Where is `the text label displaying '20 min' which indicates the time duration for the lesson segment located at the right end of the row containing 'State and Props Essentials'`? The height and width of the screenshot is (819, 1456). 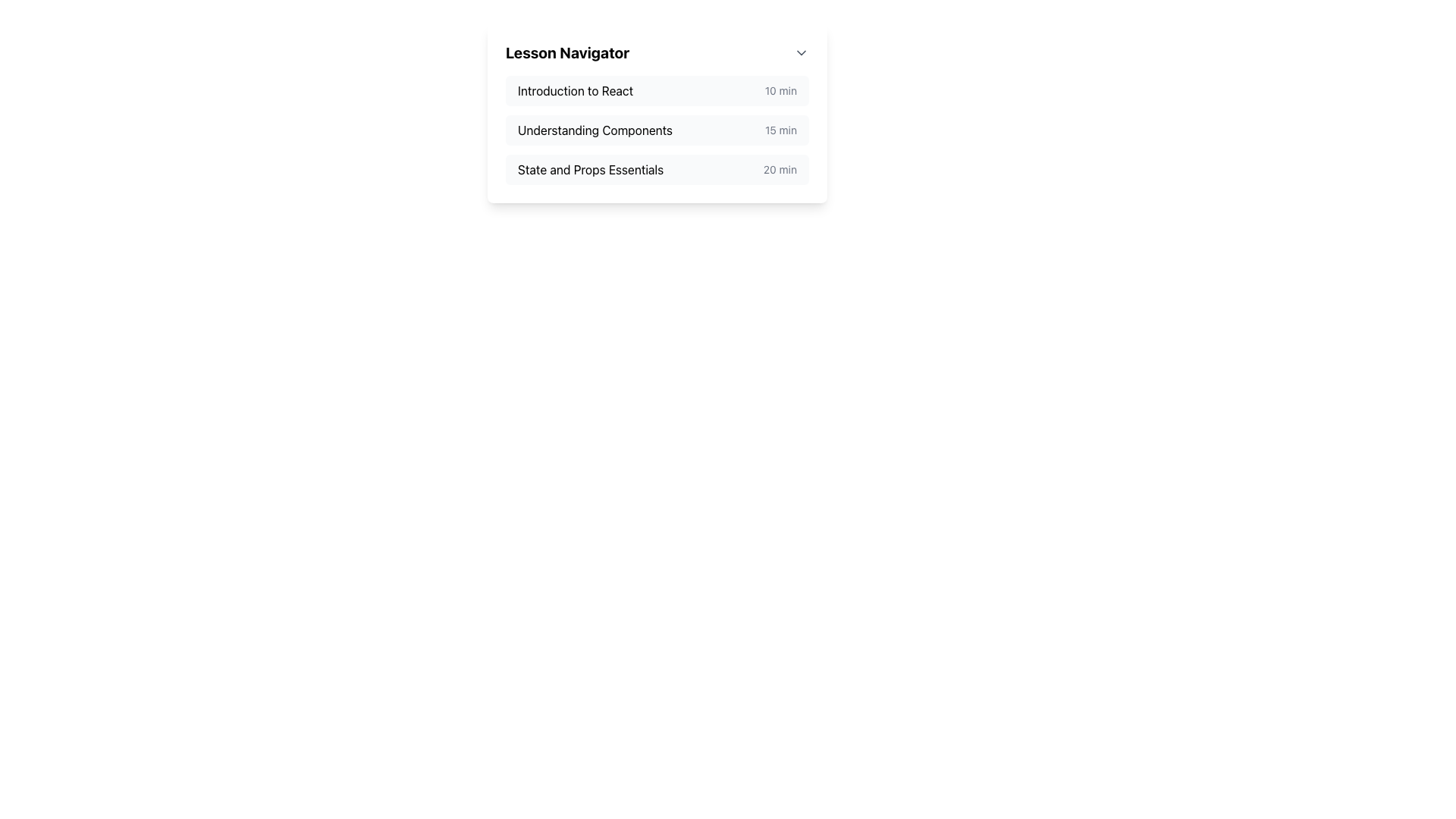 the text label displaying '20 min' which indicates the time duration for the lesson segment located at the right end of the row containing 'State and Props Essentials' is located at coordinates (780, 169).